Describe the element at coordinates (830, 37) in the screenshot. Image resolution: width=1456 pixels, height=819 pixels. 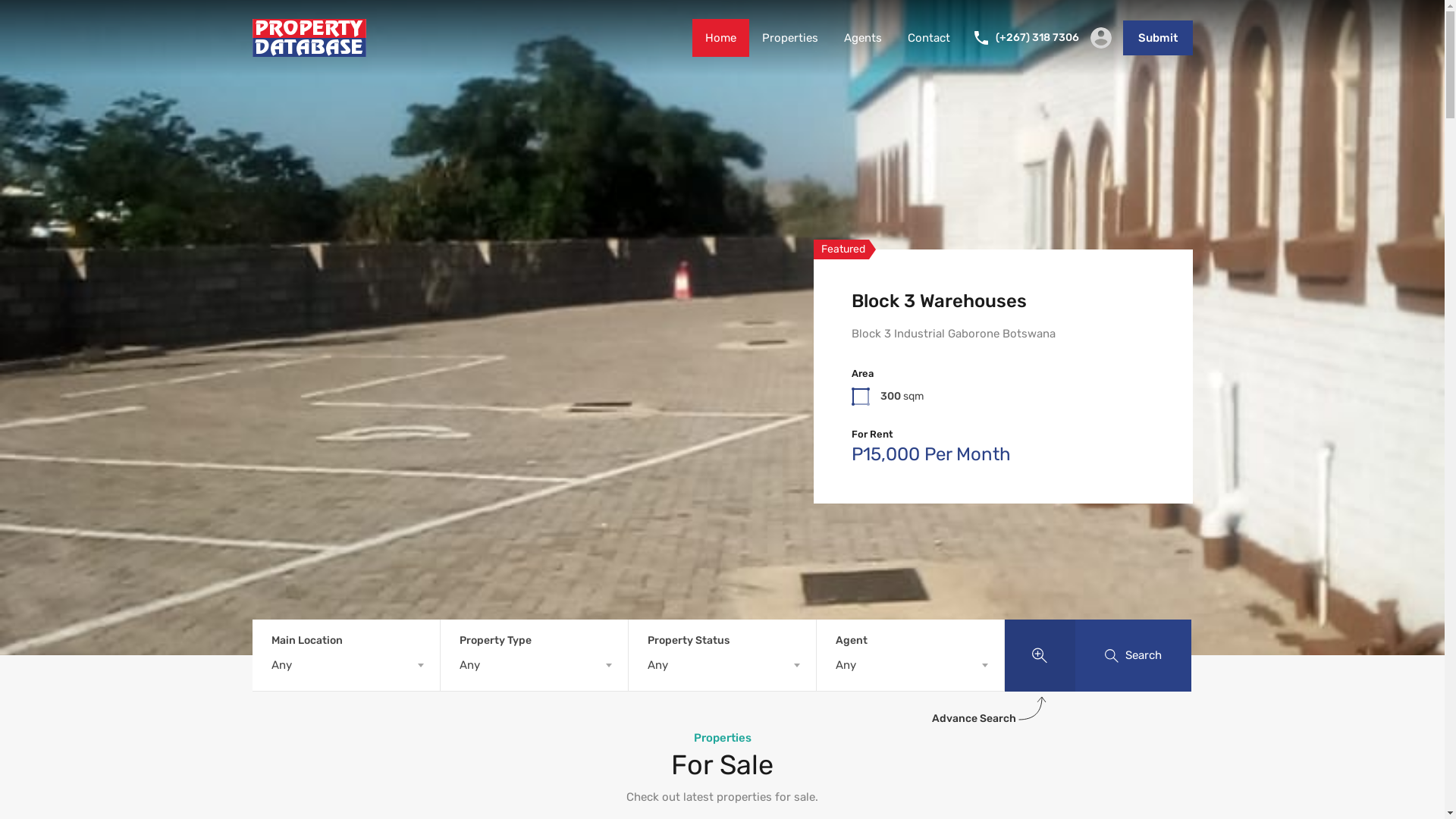
I see `'Agents'` at that location.